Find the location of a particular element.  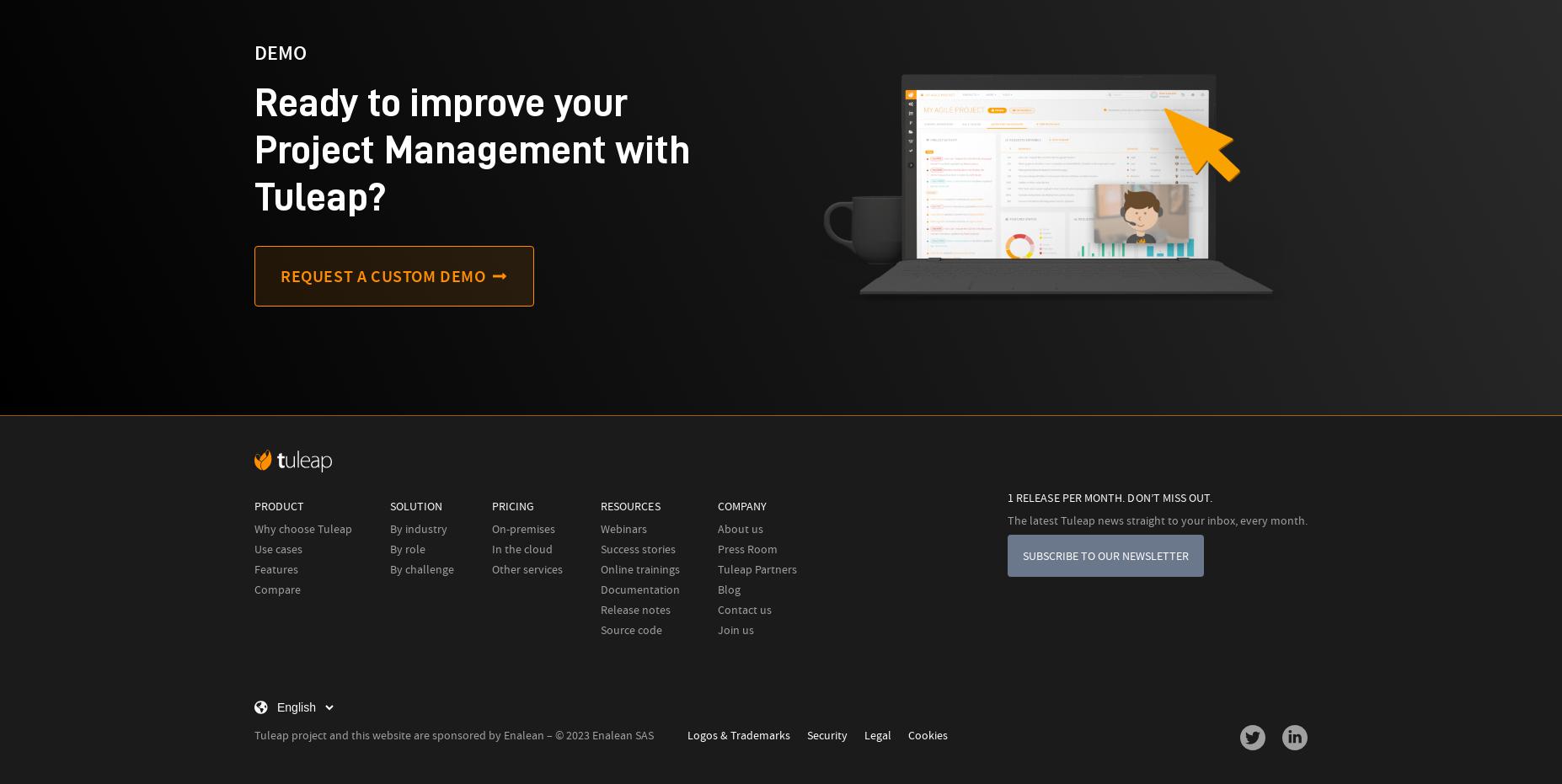

'By challenge' is located at coordinates (421, 567).